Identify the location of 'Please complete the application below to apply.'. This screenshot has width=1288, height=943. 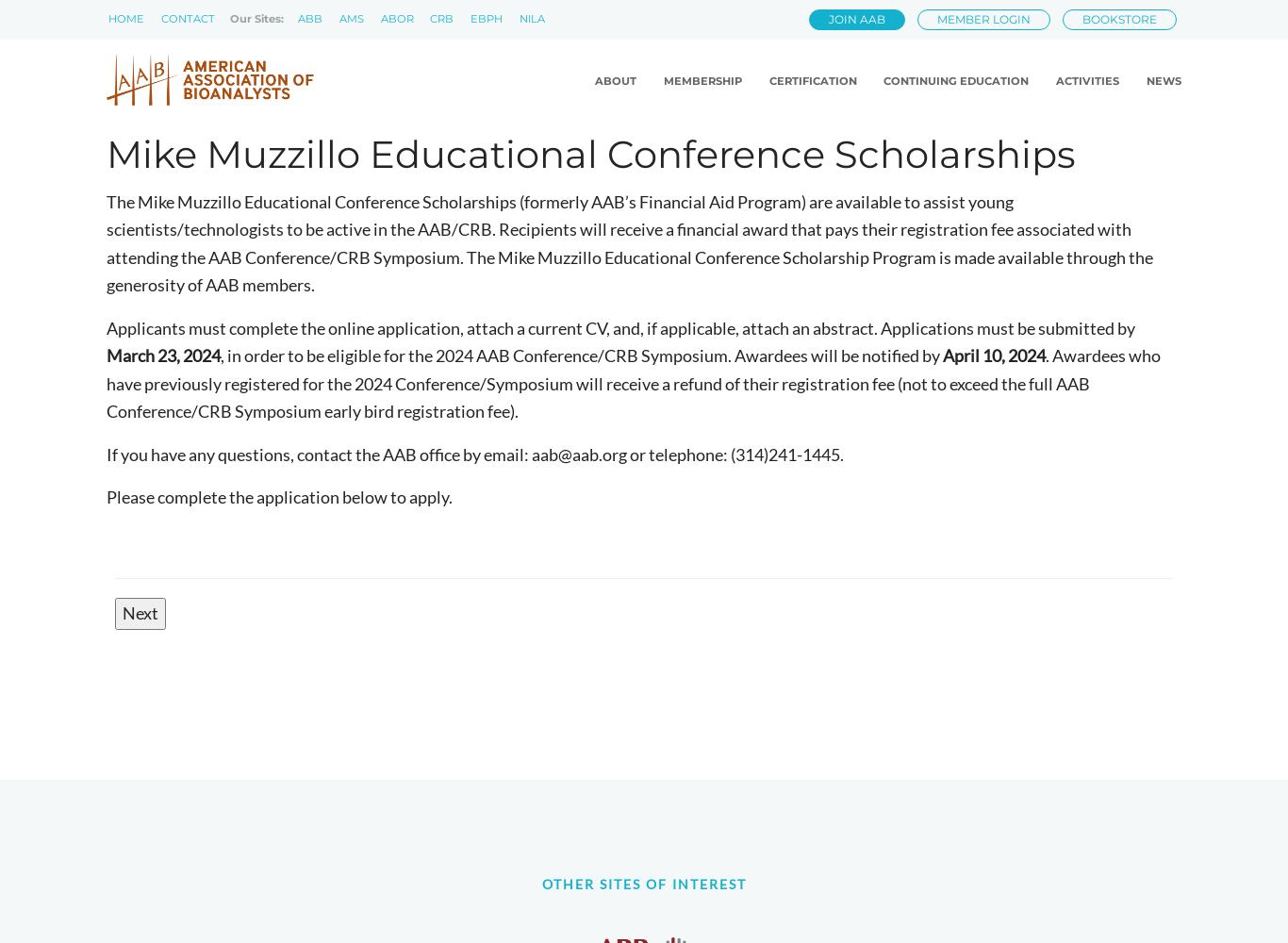
(279, 496).